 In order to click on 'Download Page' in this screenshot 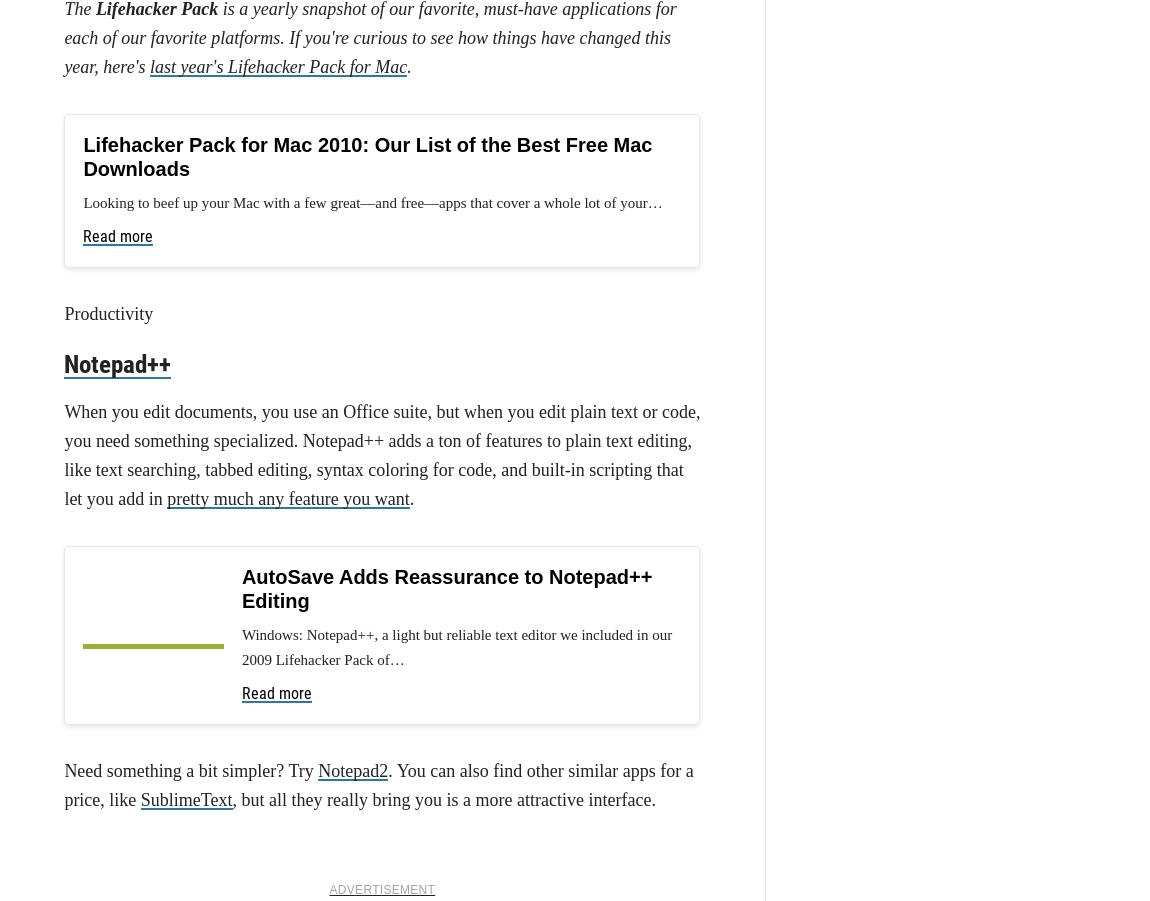, I will do `click(122, 494)`.